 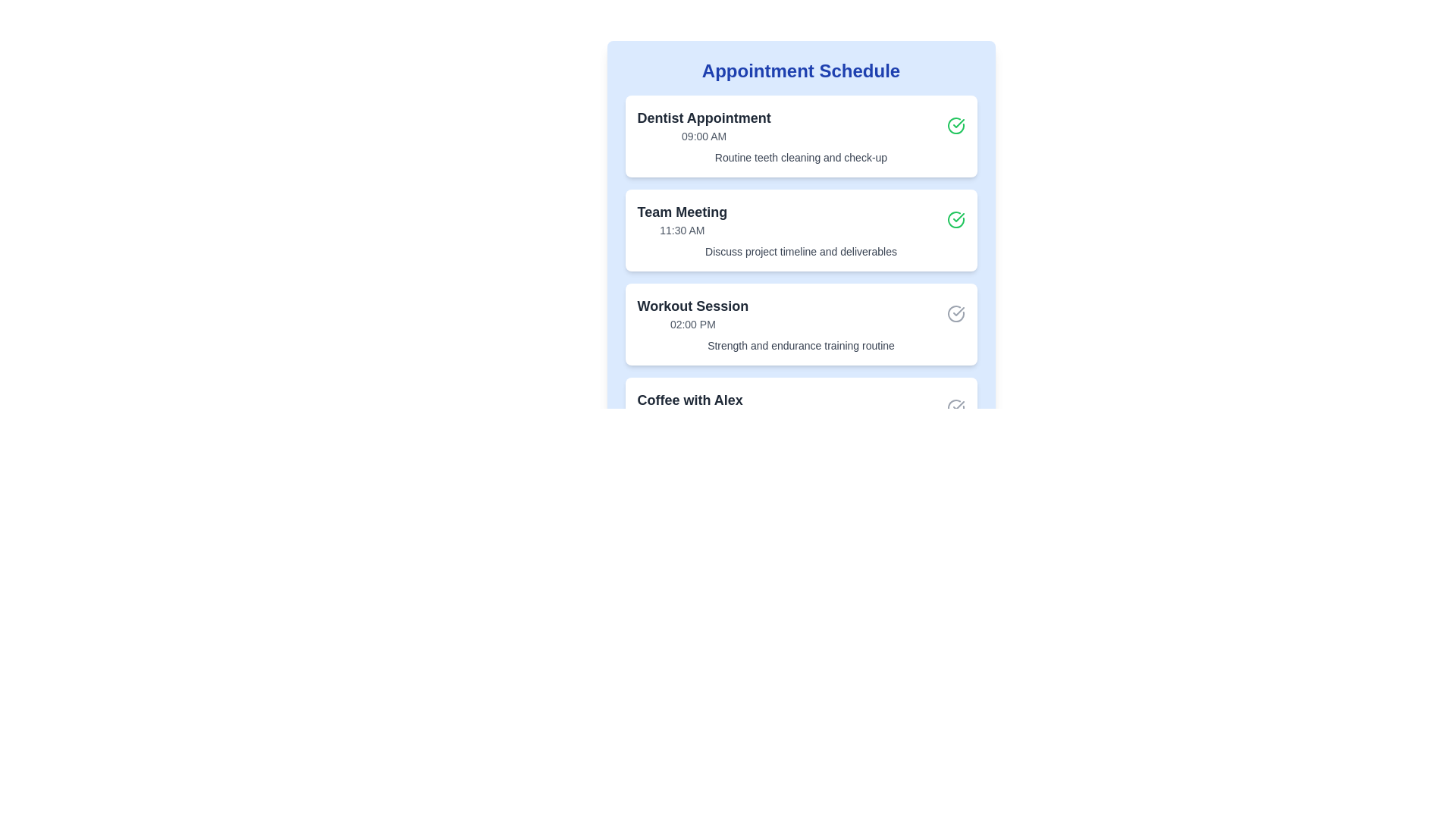 I want to click on the partial circle component icon indicating the status of 'Coffee with Alex', located at the bottom of the schedule list, so click(x=955, y=406).